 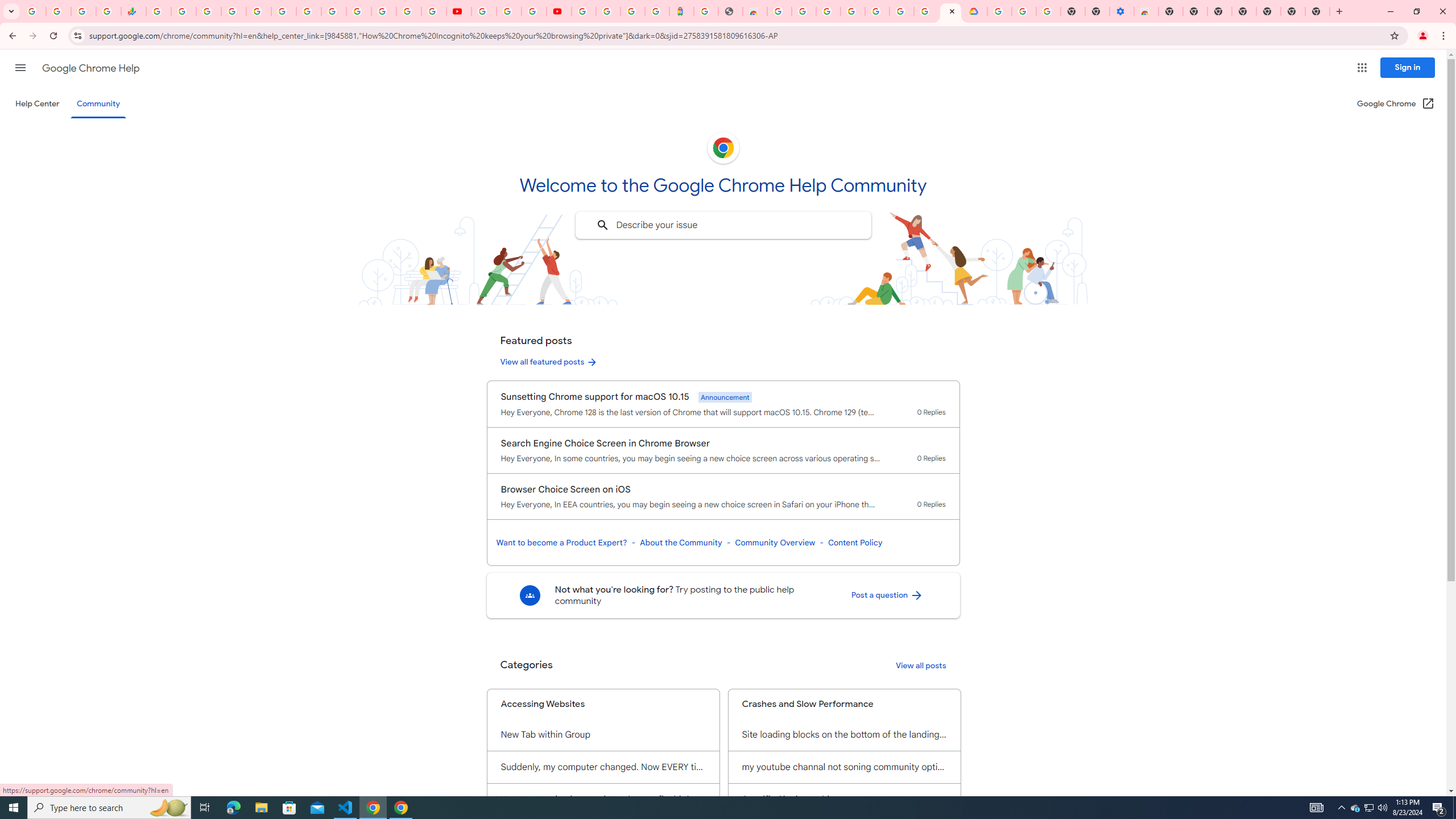 I want to click on 'YouTube', so click(x=458, y=11).